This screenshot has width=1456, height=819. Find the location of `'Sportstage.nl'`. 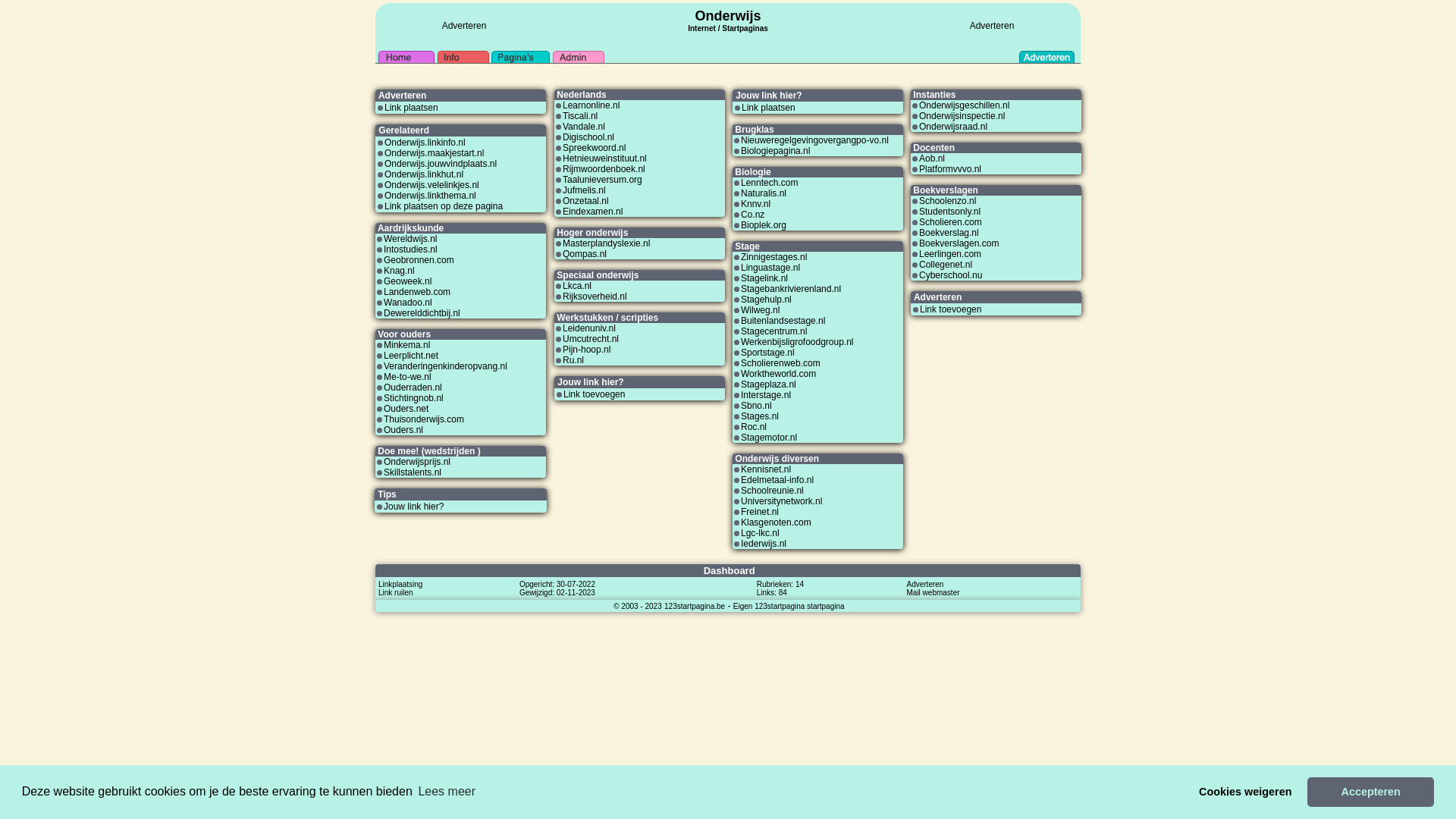

'Sportstage.nl' is located at coordinates (767, 353).